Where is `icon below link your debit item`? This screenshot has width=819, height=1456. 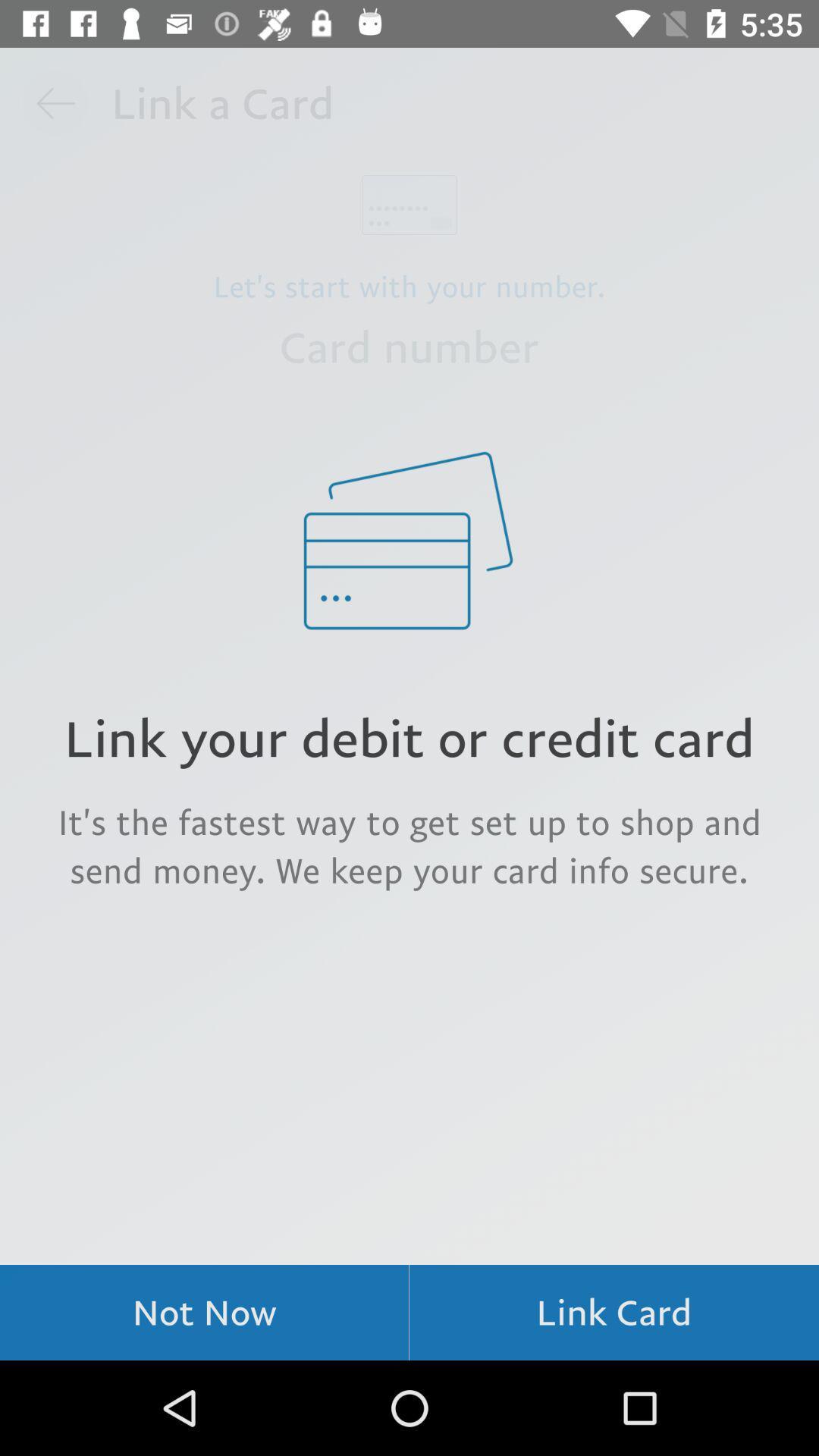 icon below link your debit item is located at coordinates (409, 845).